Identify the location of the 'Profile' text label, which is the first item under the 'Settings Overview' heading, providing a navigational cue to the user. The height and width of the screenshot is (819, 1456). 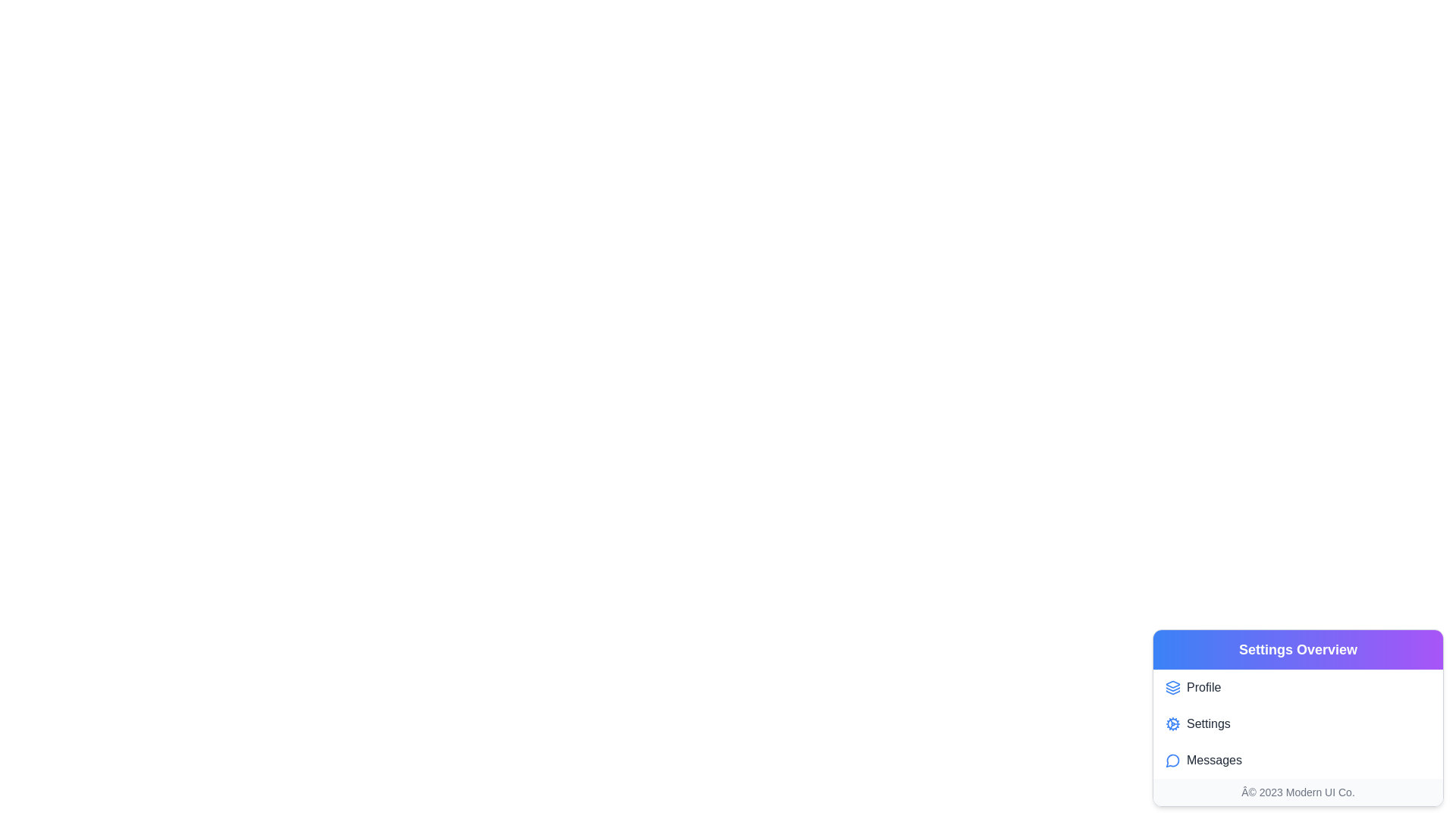
(1203, 687).